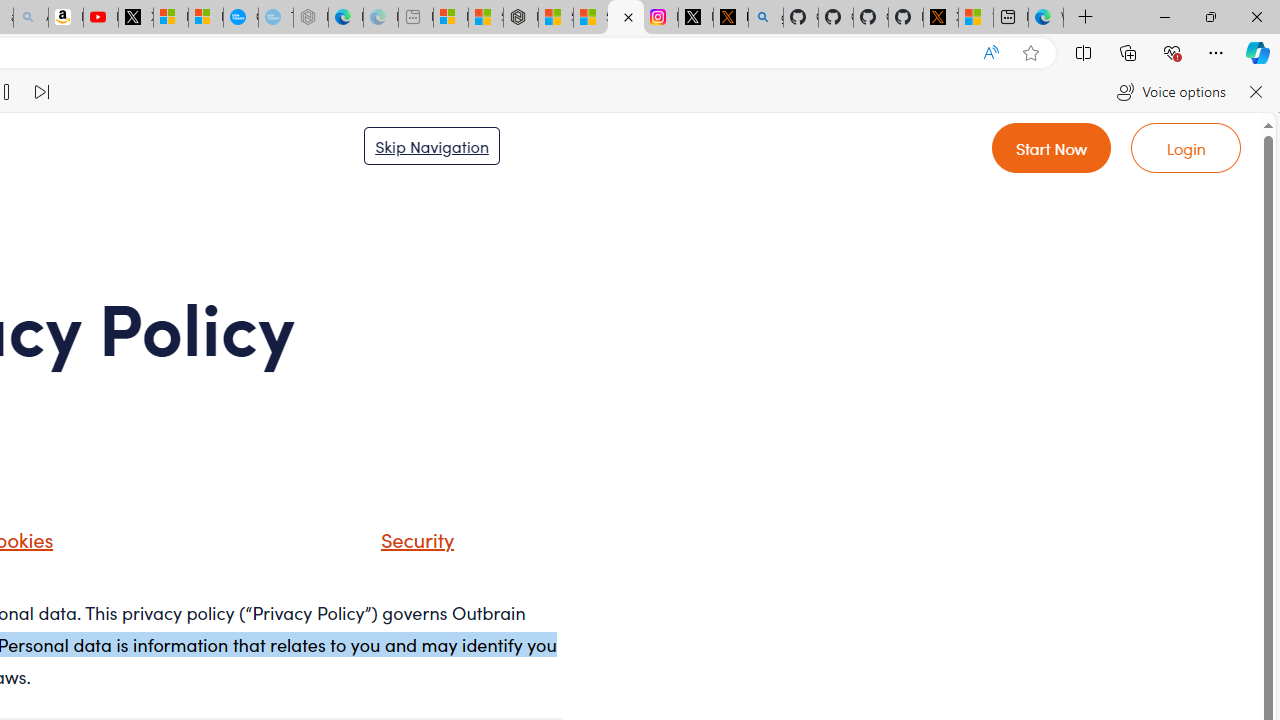 The width and height of the screenshot is (1280, 720). I want to click on 'Nordace - Nordace has arrived Hong Kong - Sleeping', so click(310, 17).